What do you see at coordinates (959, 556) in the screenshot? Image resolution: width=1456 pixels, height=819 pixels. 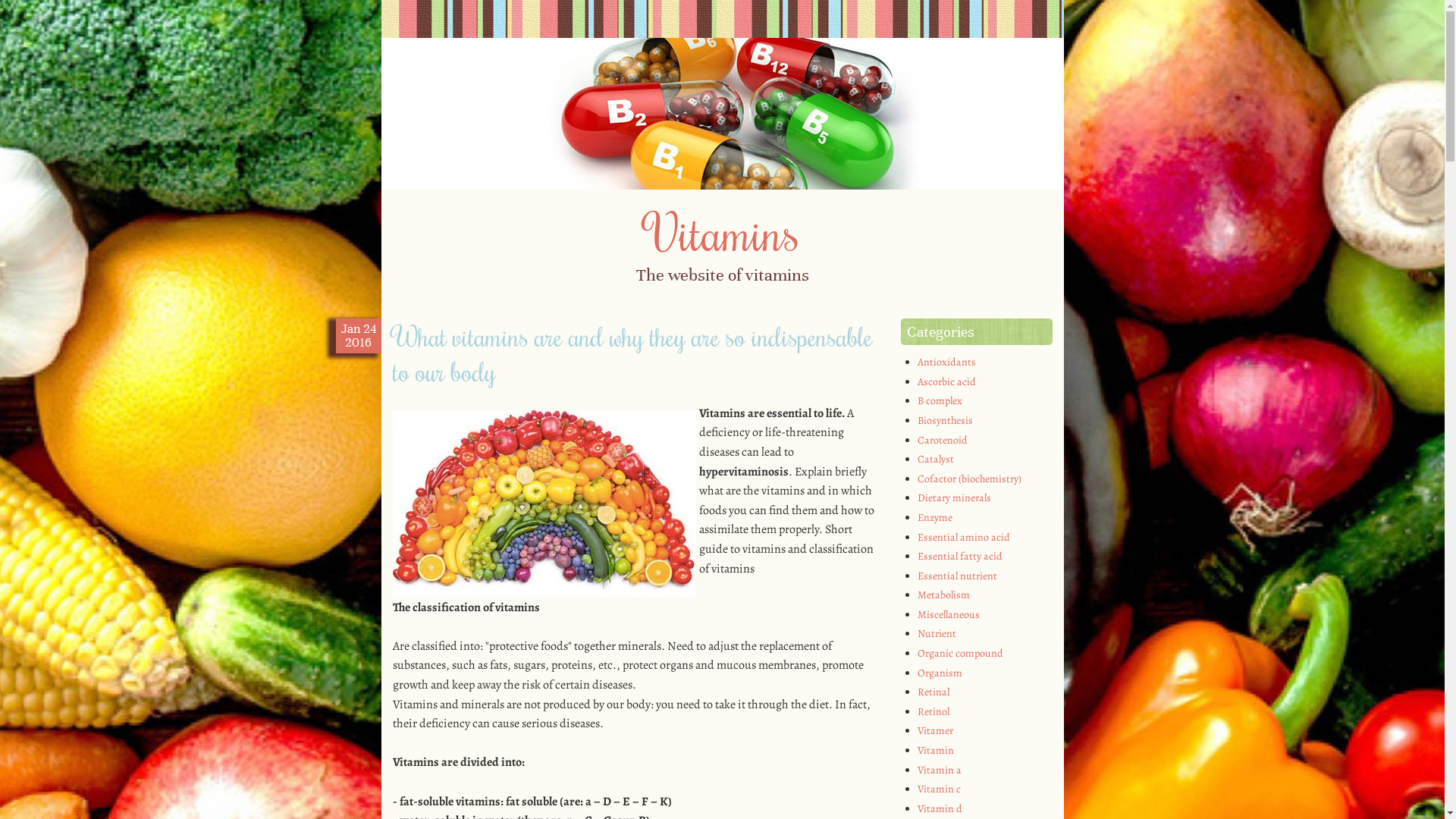 I see `'Essential fatty acid'` at bounding box center [959, 556].